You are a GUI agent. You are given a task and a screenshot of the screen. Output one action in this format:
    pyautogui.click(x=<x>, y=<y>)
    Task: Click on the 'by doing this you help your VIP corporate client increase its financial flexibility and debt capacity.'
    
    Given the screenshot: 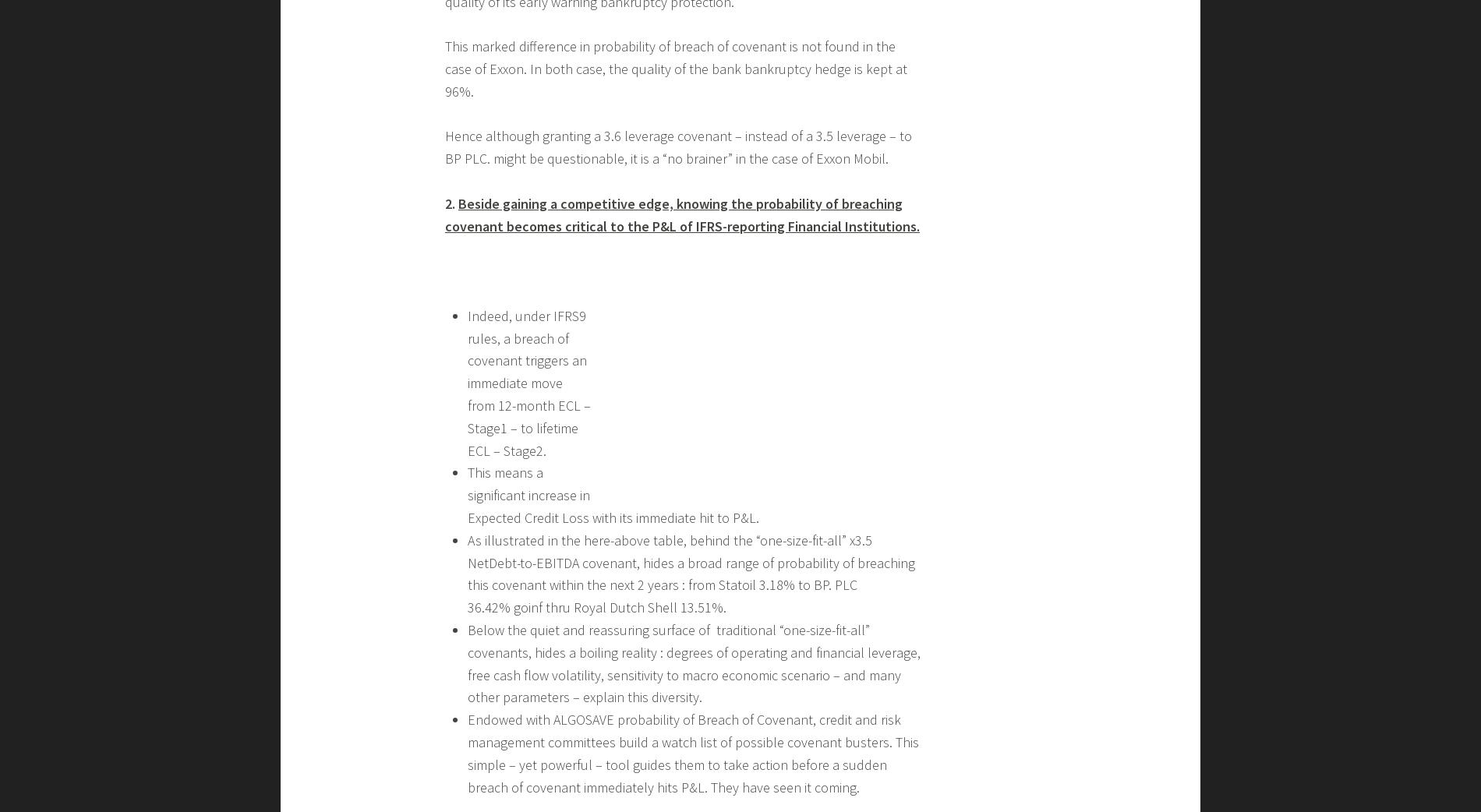 What is the action you would take?
    pyautogui.click(x=674, y=51)
    